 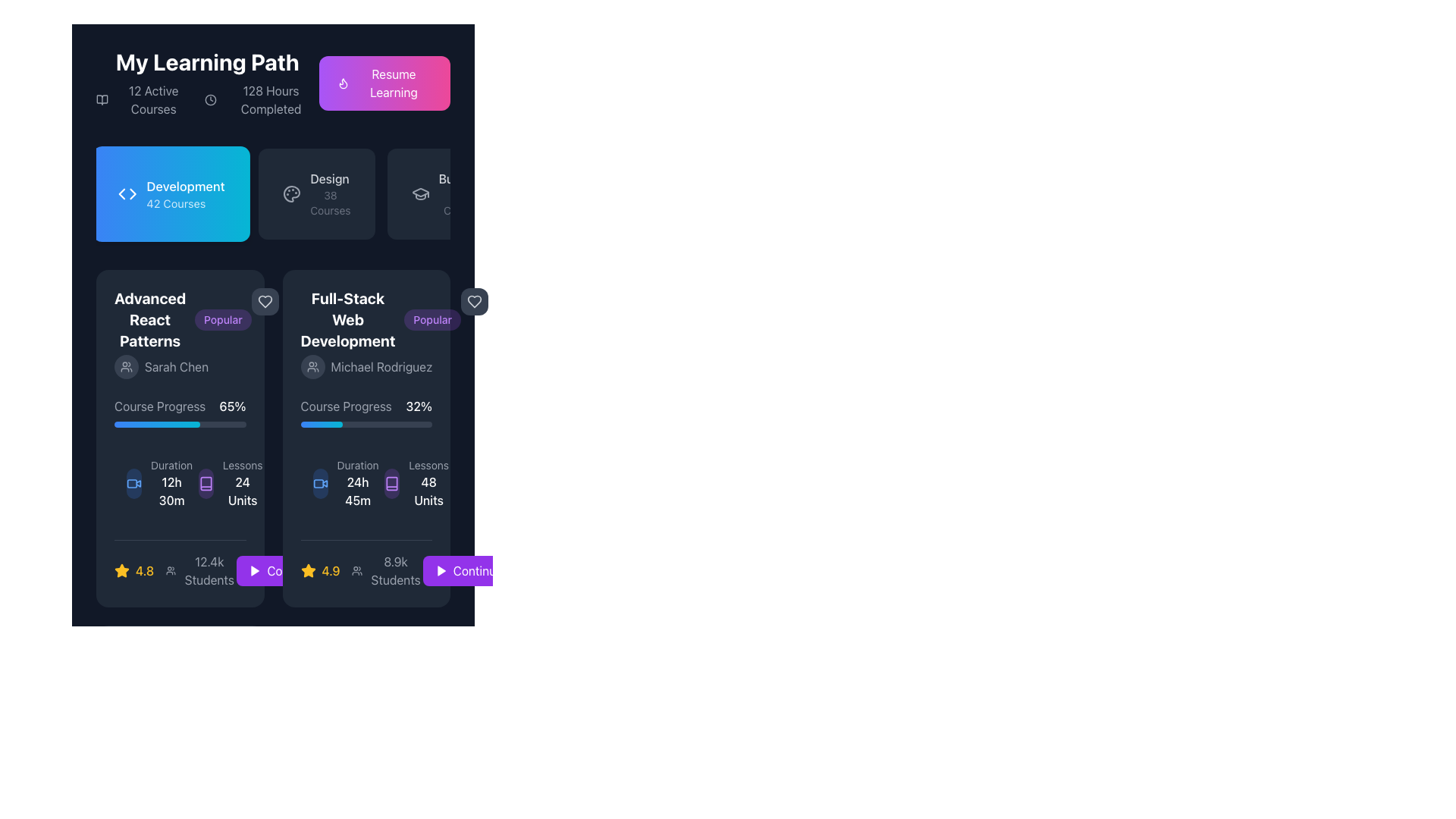 I want to click on the Rating display element which shows a yellow star icon and the numeric value '4.8', located within the course statistics section, so click(x=134, y=570).